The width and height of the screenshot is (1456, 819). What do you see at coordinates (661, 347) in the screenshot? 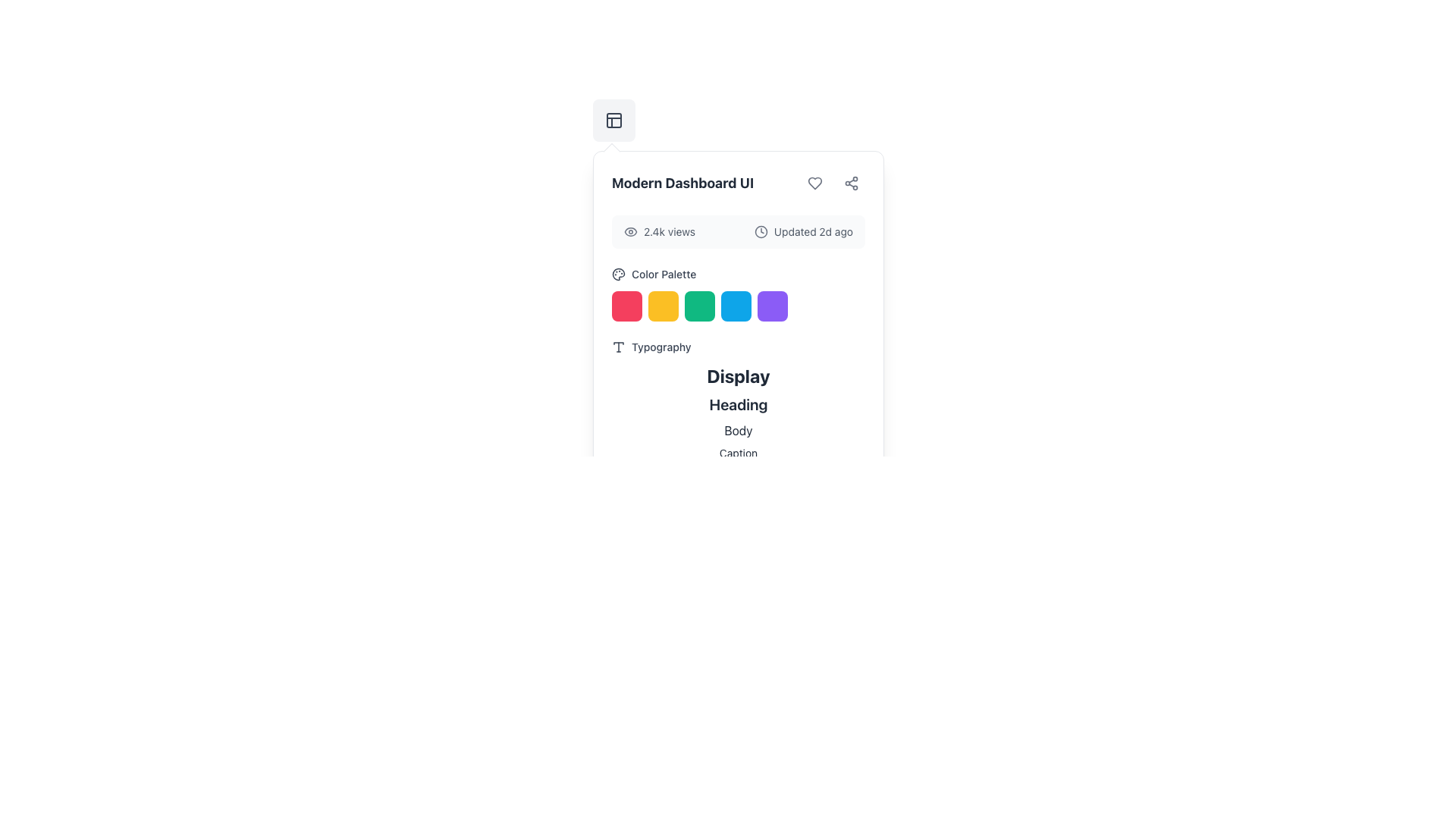
I see `the text label displaying 'Typography' which is styled in medium gray font color and is centrally located below the 'Color Palette' section` at bounding box center [661, 347].